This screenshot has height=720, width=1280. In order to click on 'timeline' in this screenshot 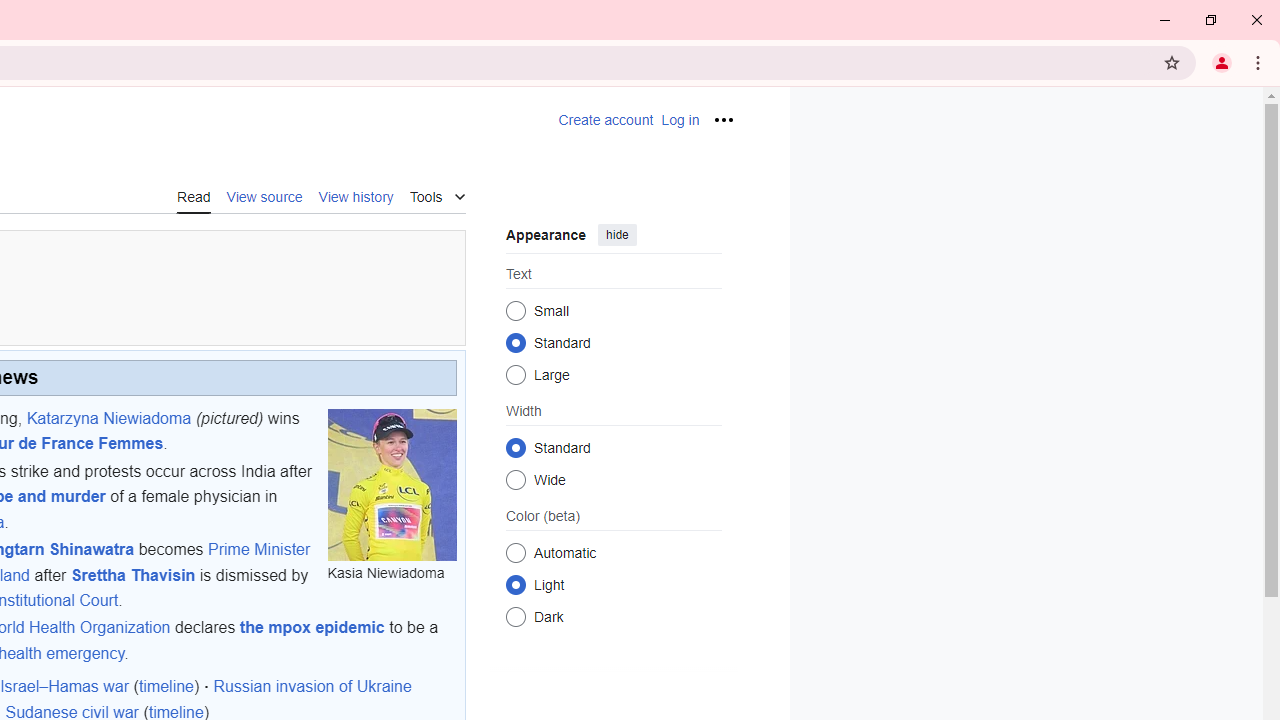, I will do `click(166, 686)`.